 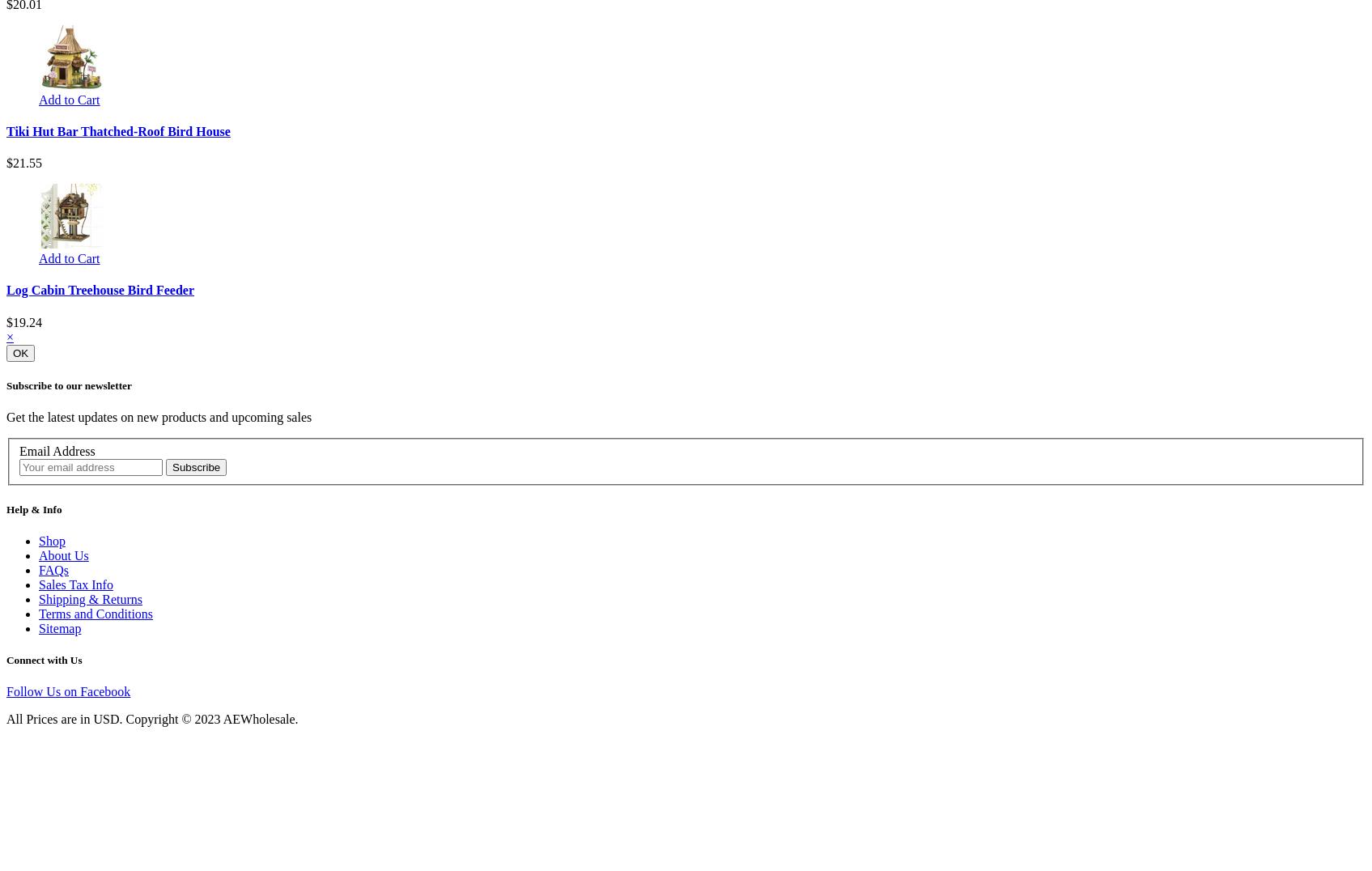 I want to click on 'Terms and Conditions', so click(x=95, y=612).